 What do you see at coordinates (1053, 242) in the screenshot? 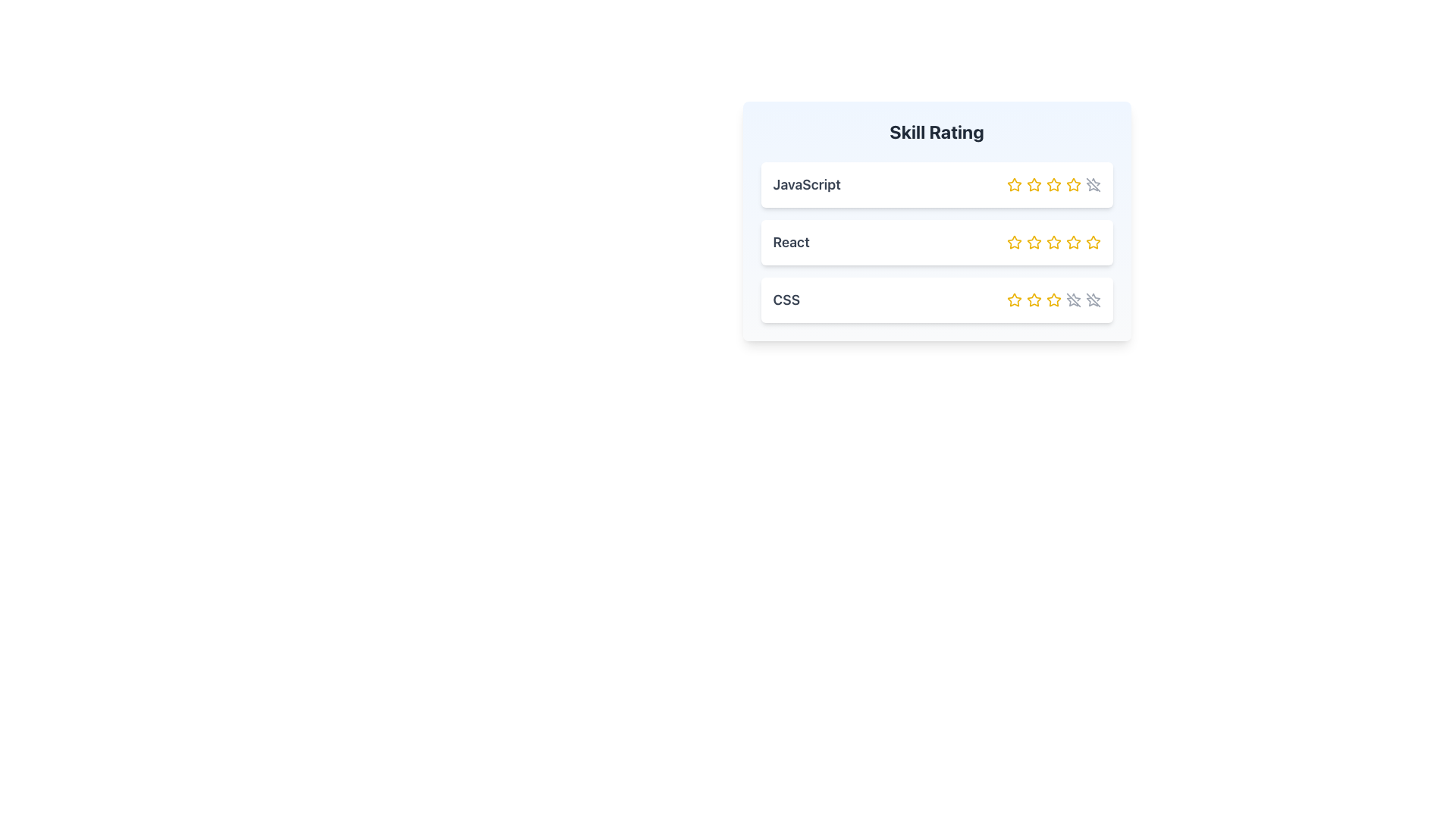
I see `the fourth star icon in the rating system for the skill 'React' to assign a rating value` at bounding box center [1053, 242].